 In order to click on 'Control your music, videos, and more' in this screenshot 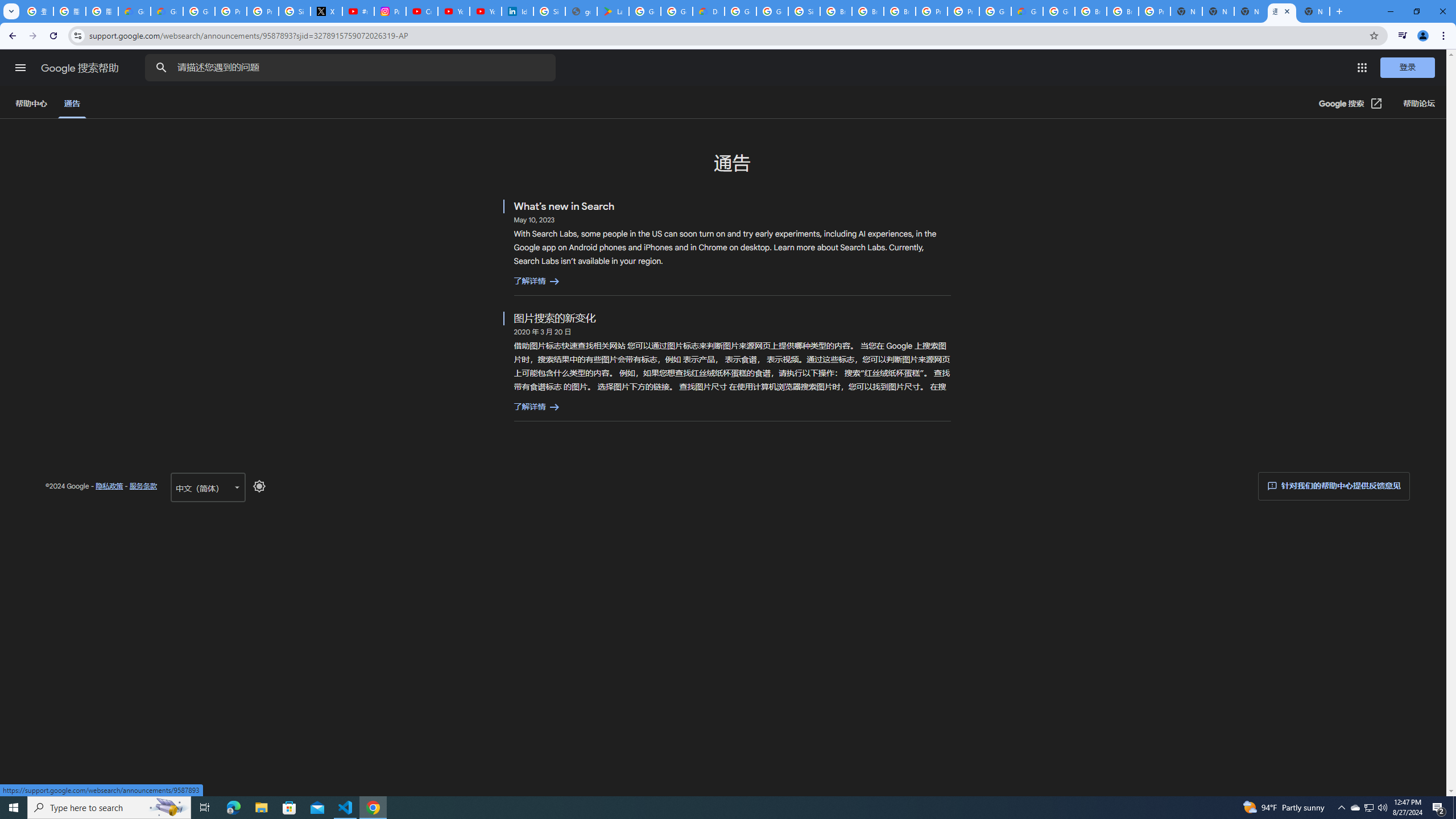, I will do `click(1403, 35)`.